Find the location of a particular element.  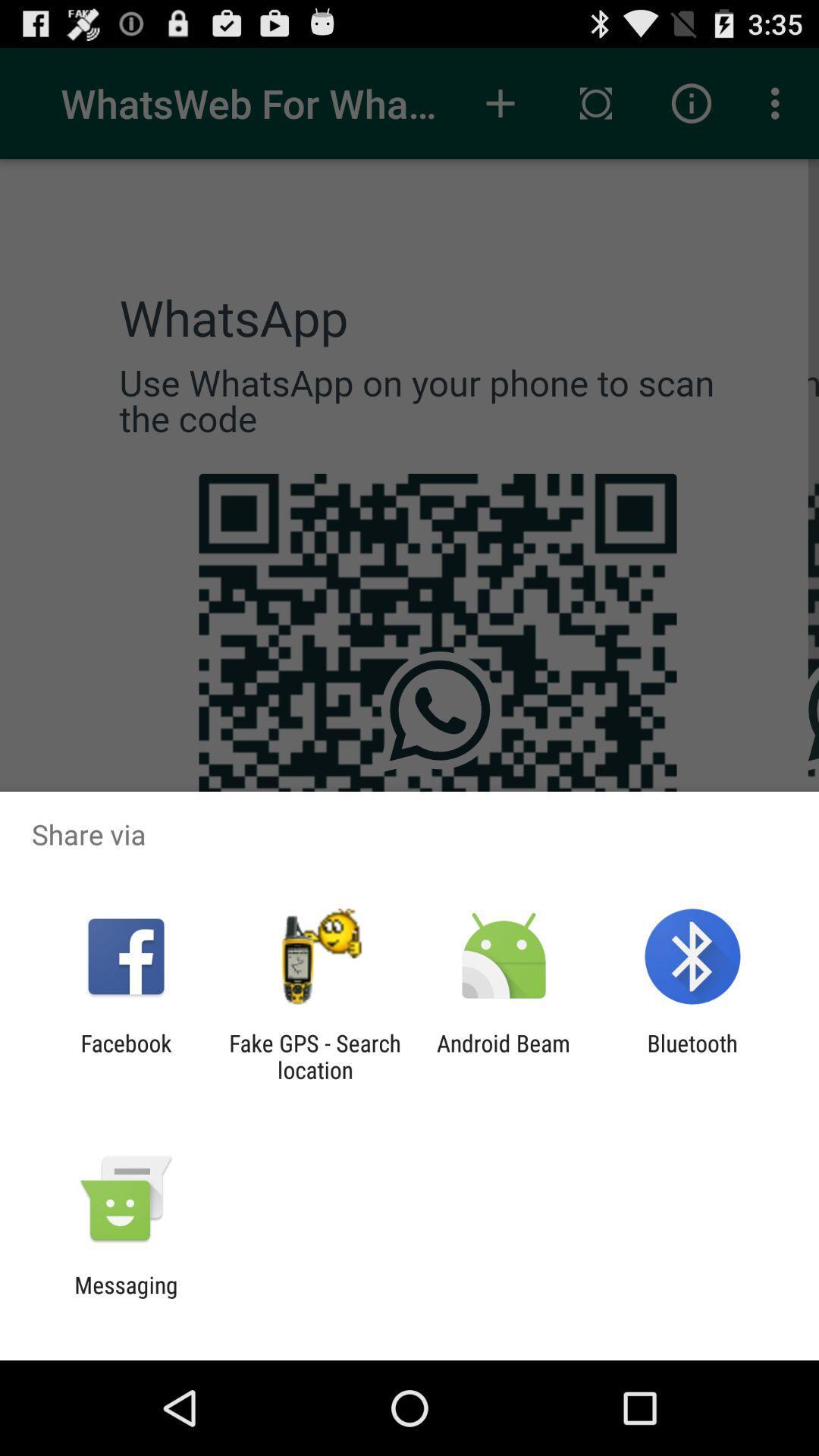

the icon at the bottom right corner is located at coordinates (692, 1056).